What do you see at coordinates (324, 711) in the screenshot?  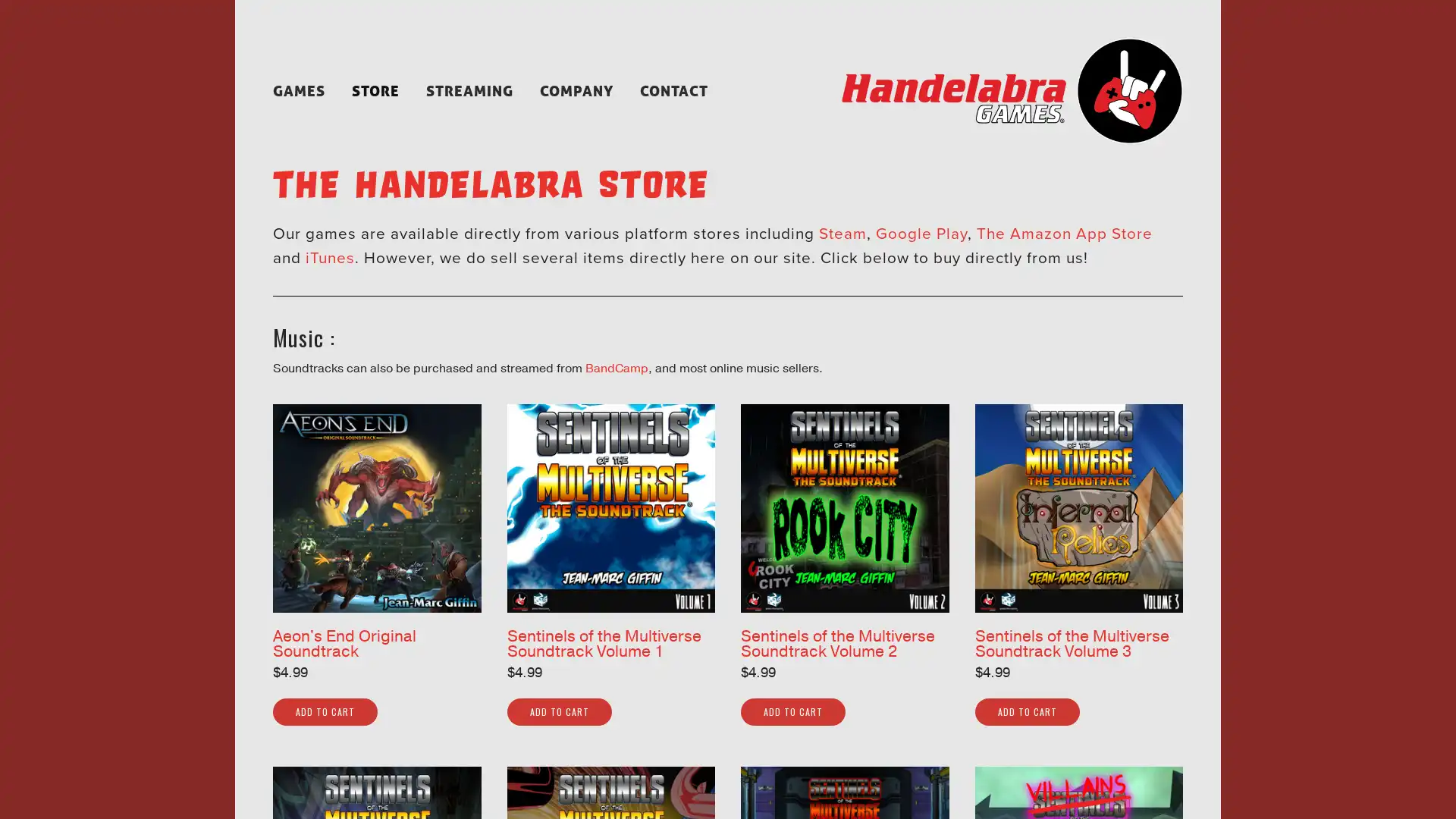 I see `ADD TO CART` at bounding box center [324, 711].